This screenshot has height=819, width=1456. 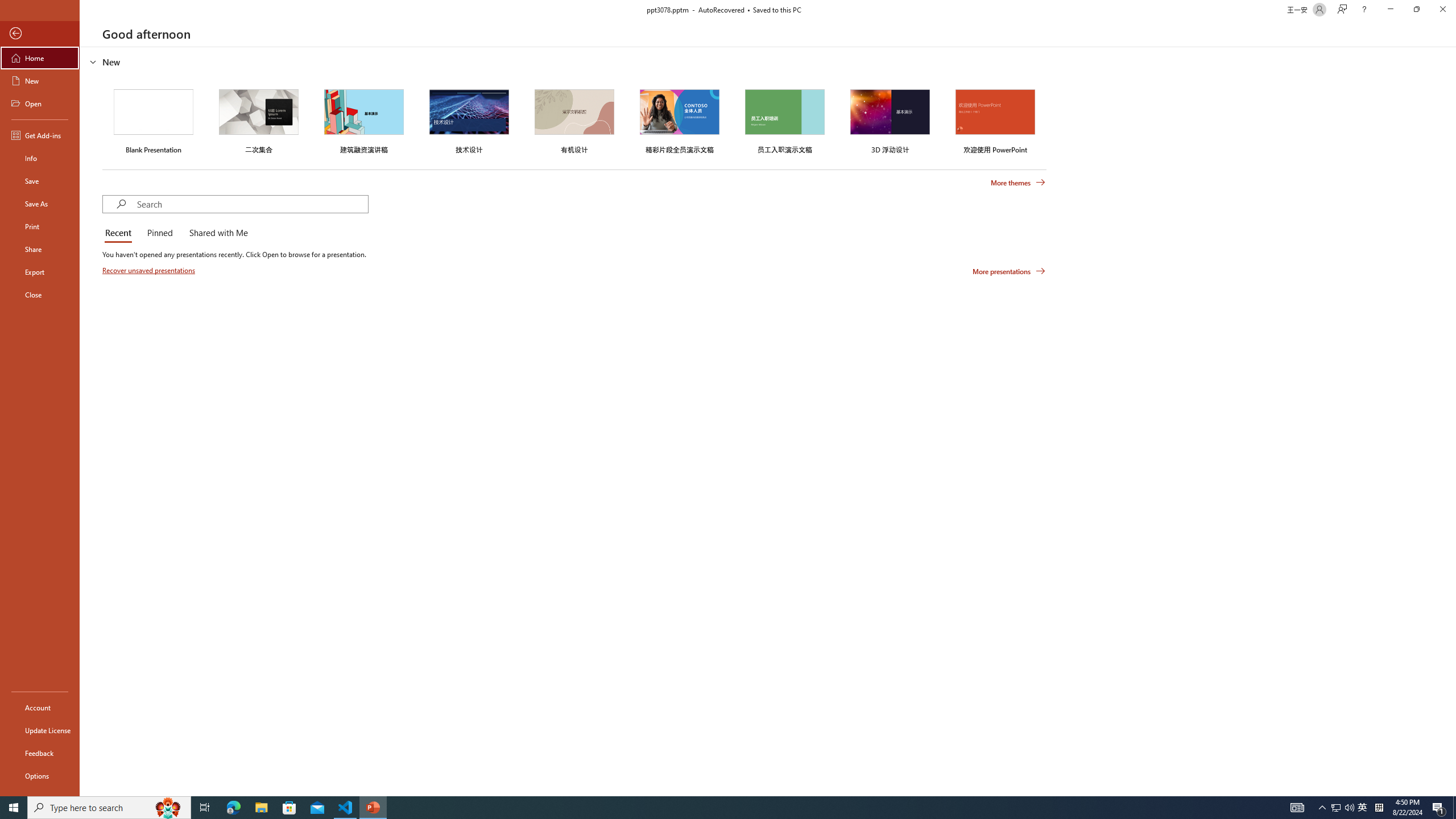 I want to click on 'More presentations', so click(x=1008, y=270).